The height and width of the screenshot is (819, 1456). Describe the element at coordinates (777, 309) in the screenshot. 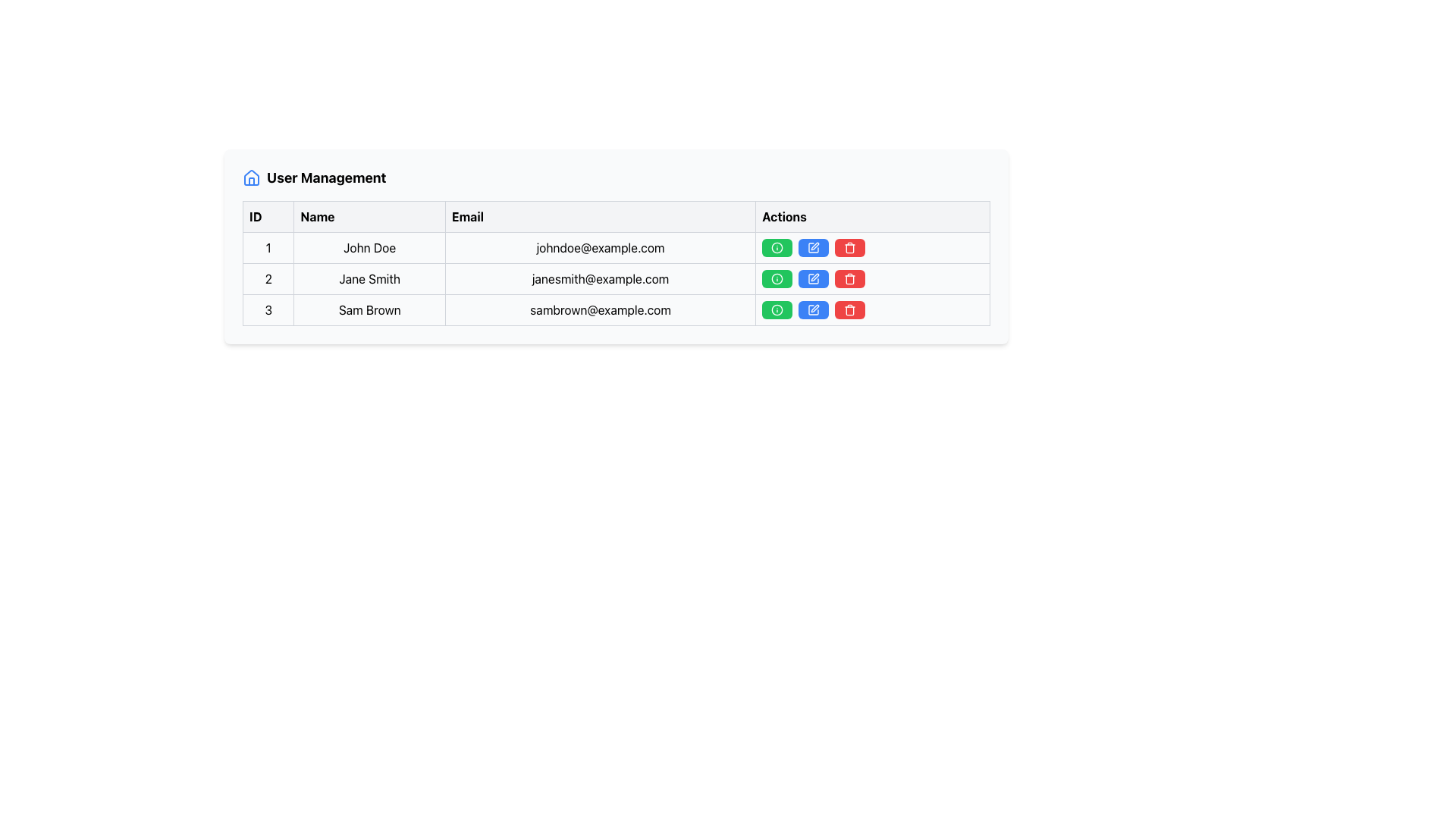

I see `the green circular 'info' icon located in the 'Actions' column of the last row corresponding to user 'Sam Brown'` at that location.